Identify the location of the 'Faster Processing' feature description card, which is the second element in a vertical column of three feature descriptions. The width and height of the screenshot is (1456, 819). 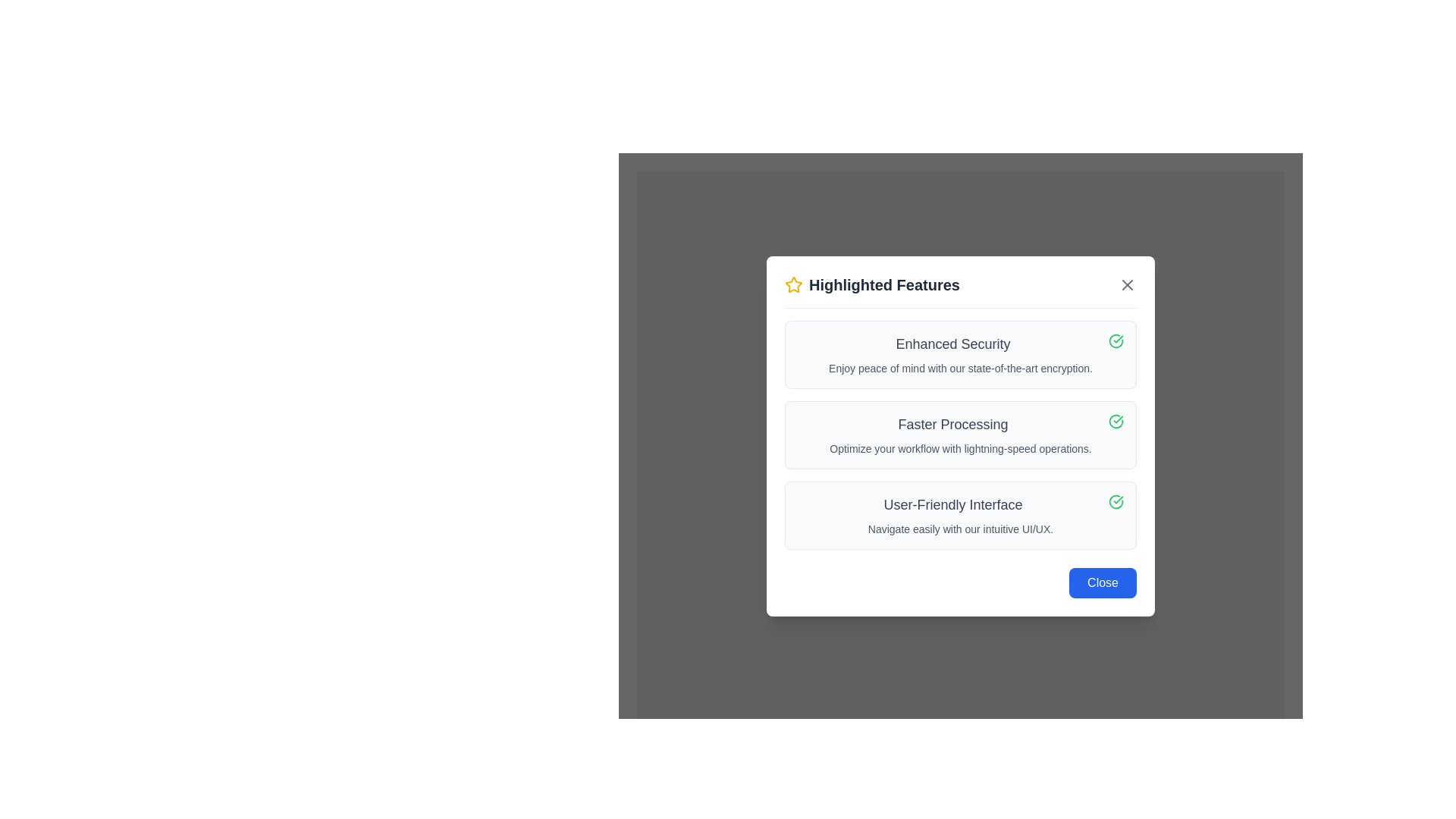
(960, 435).